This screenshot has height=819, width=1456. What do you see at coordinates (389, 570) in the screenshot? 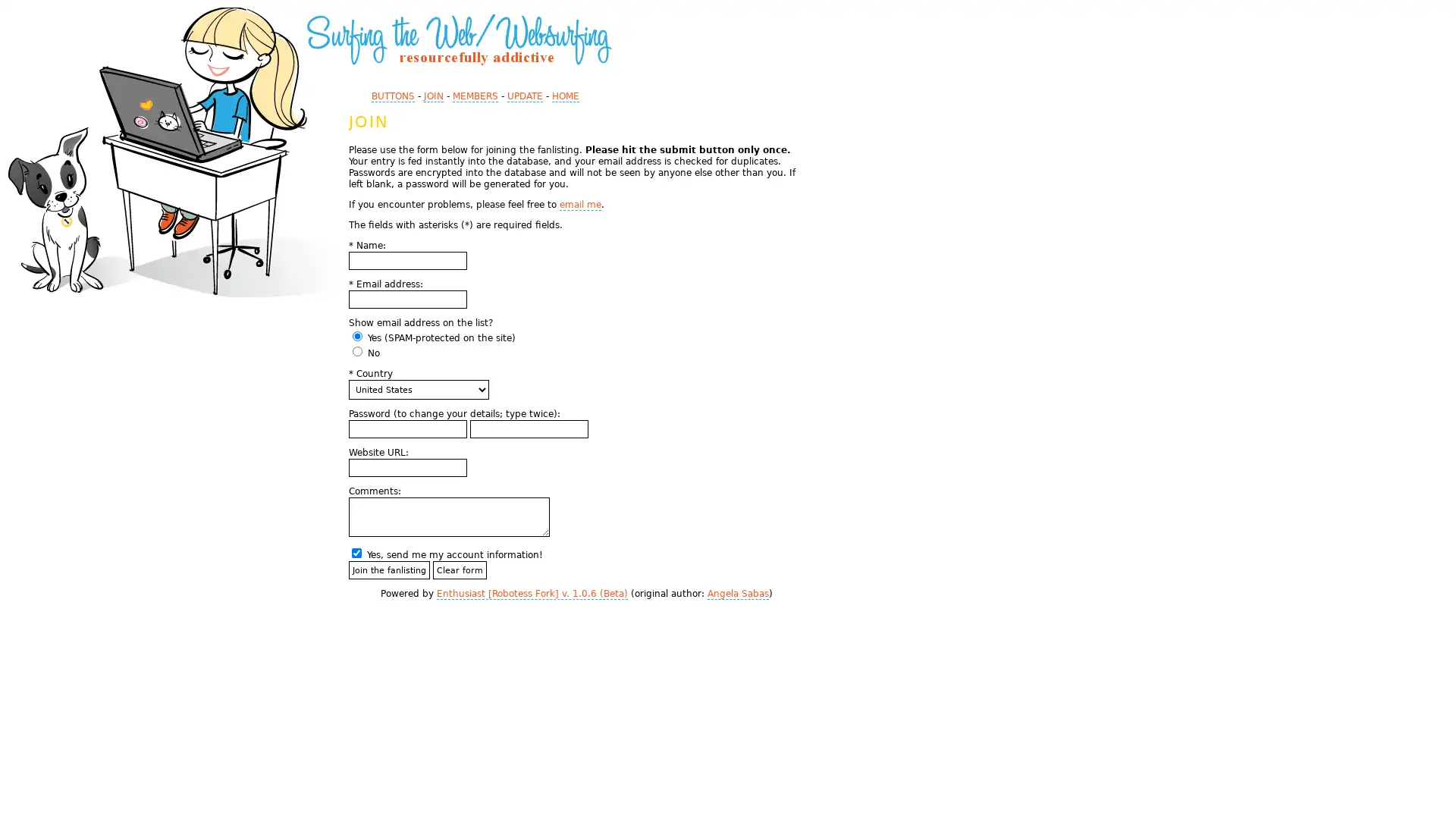
I see `Join the fanlisting` at bounding box center [389, 570].